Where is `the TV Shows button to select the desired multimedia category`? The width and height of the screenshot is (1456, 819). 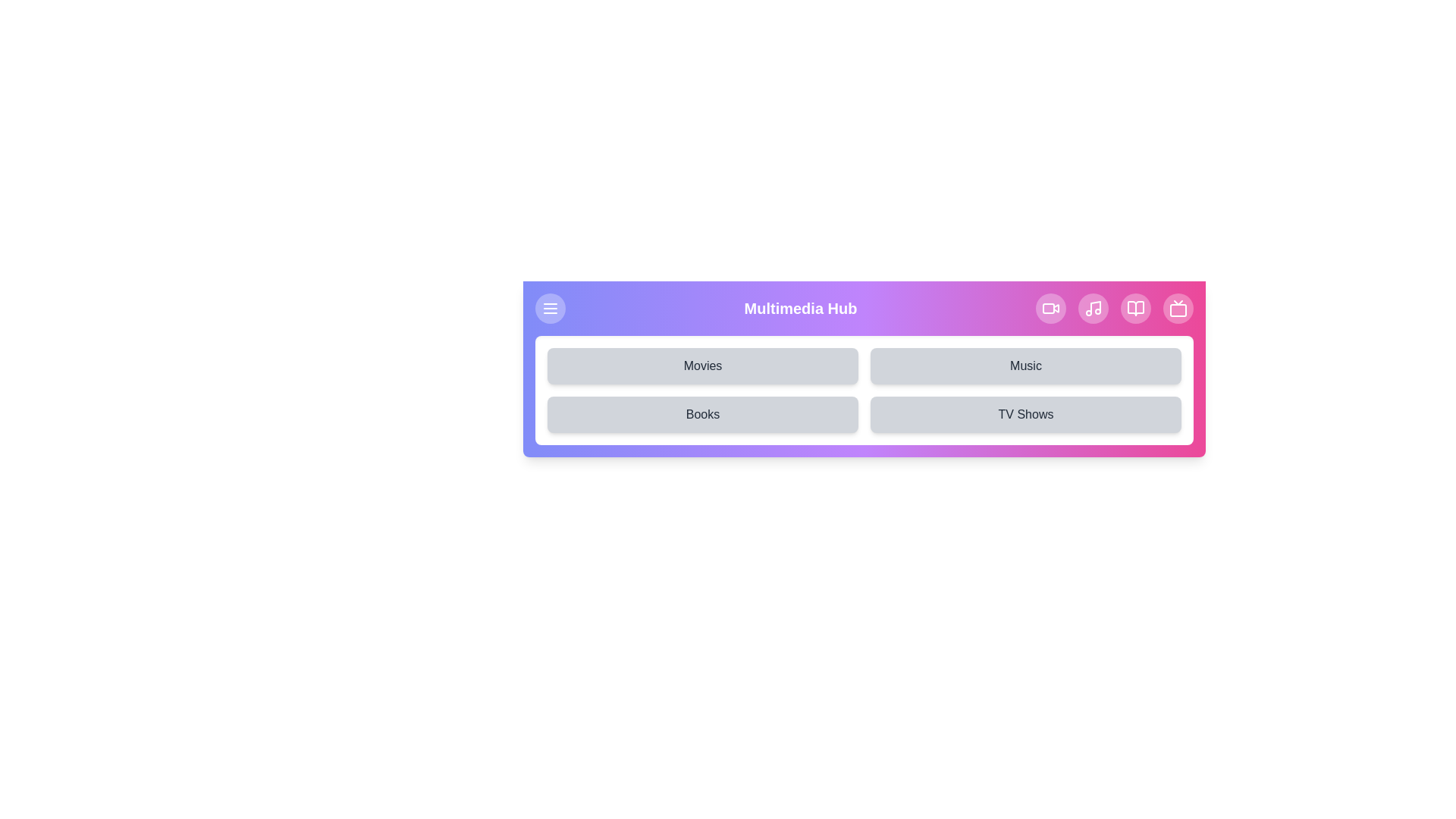 the TV Shows button to select the desired multimedia category is located at coordinates (1026, 415).